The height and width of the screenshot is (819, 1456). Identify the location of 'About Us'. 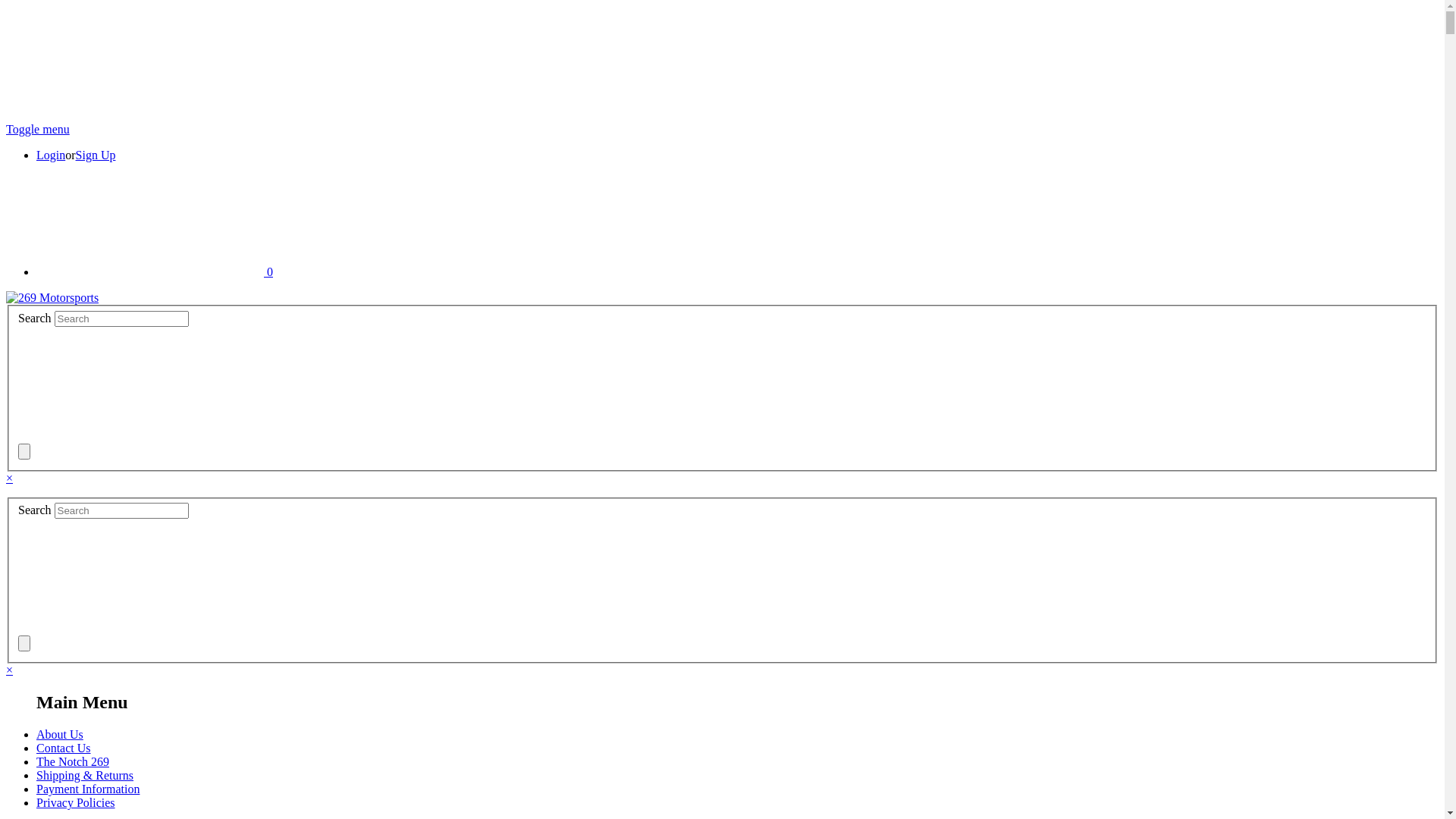
(59, 733).